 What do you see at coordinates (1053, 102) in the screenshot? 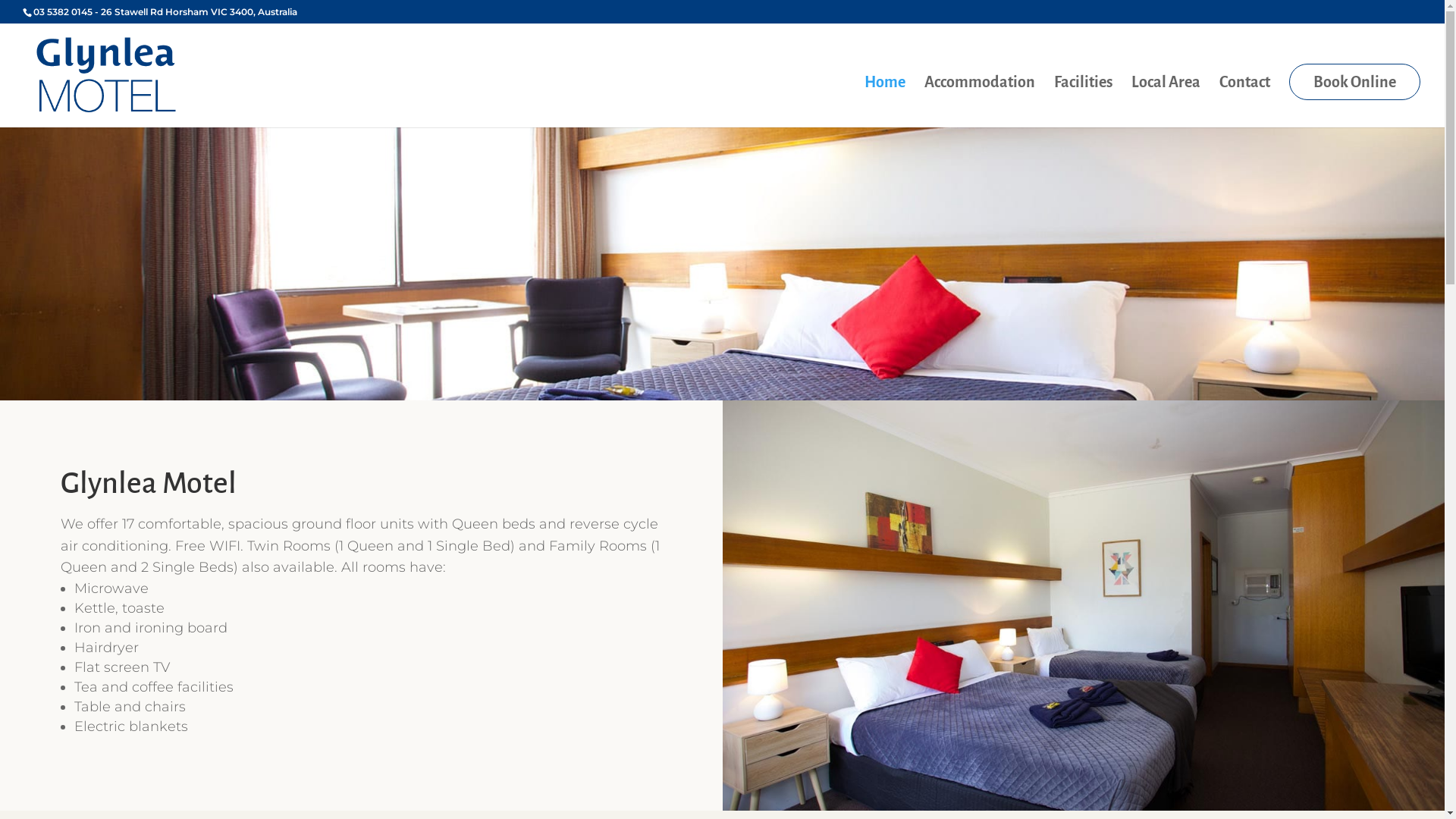
I see `'Facilities'` at bounding box center [1053, 102].